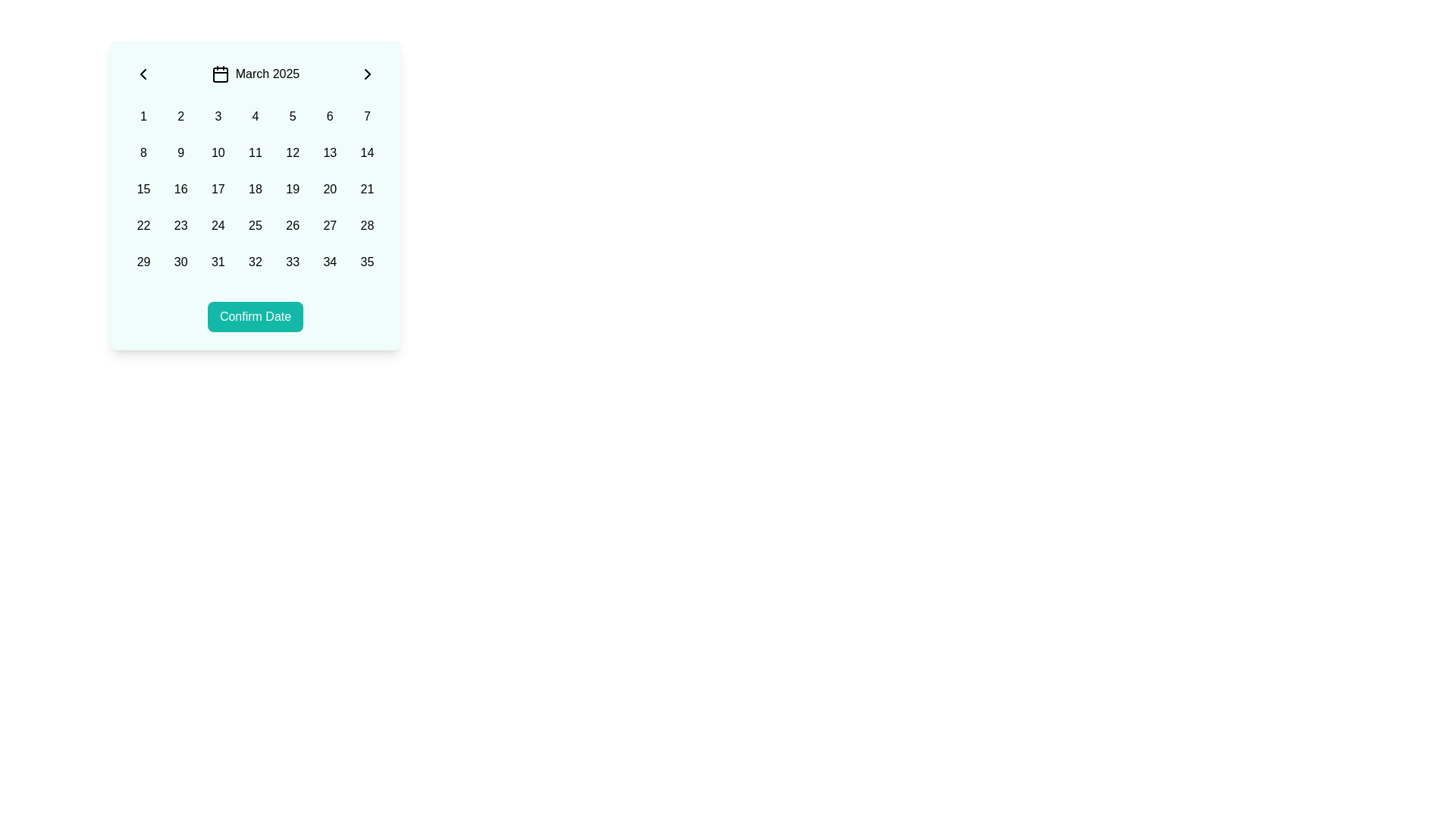 The image size is (1456, 819). Describe the element at coordinates (255, 74) in the screenshot. I see `the static text label indicating the currently selected month and year in the date-selection interface` at that location.